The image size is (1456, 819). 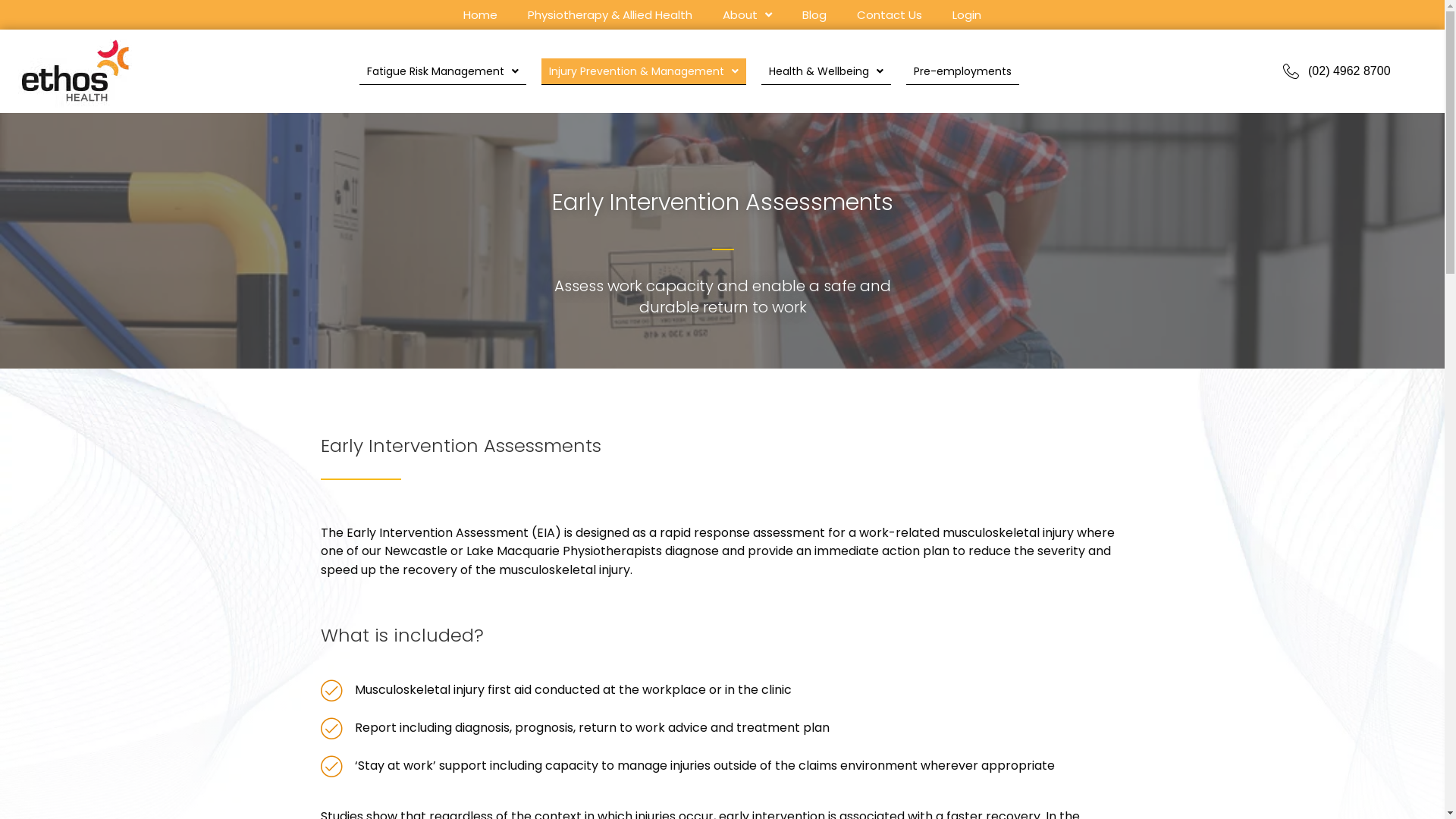 What do you see at coordinates (944, 17) in the screenshot?
I see `'Login'` at bounding box center [944, 17].